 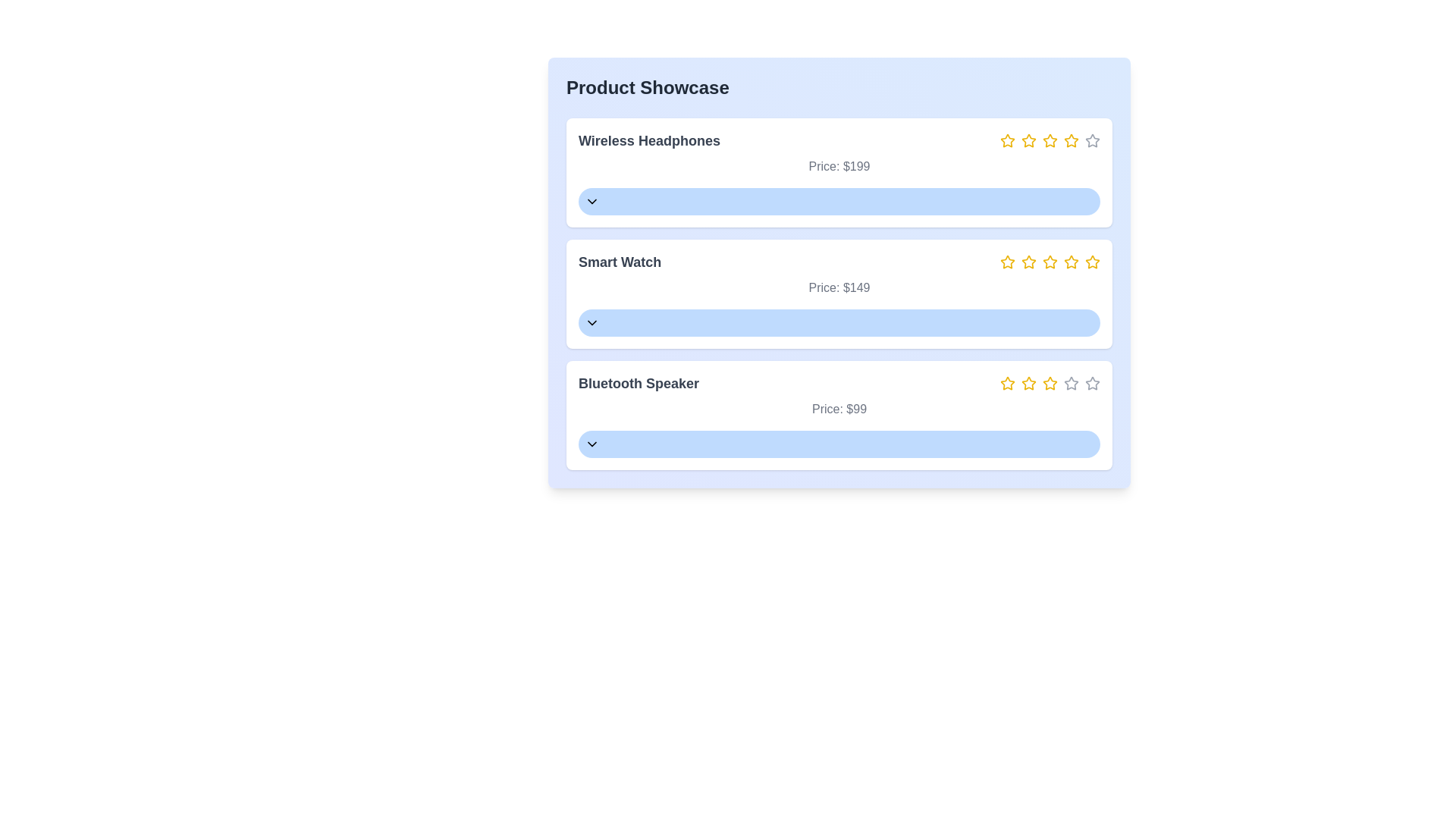 I want to click on the Chevron Down icon located on the left side of the 'Smart Watch' button, so click(x=591, y=322).